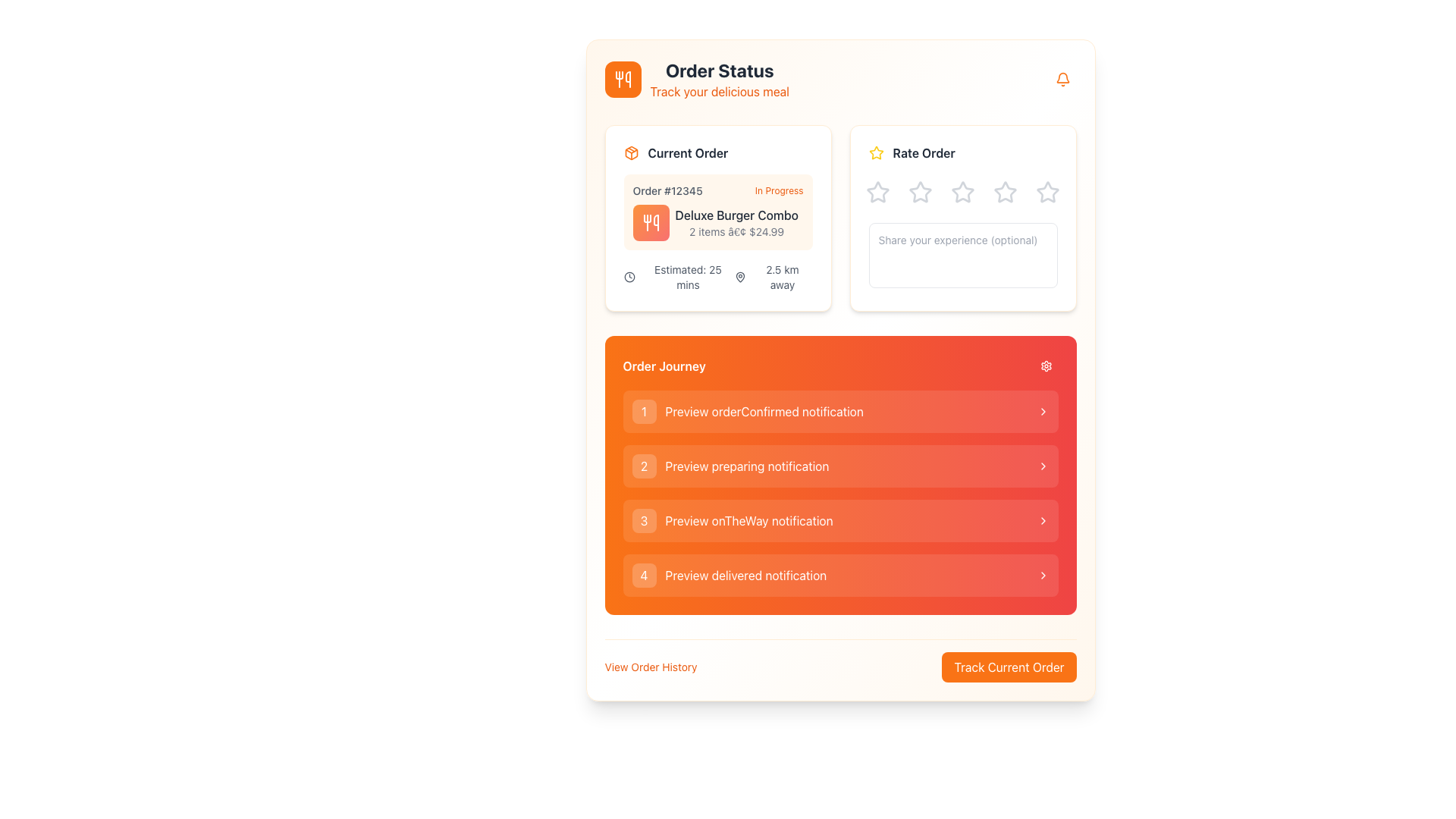  I want to click on the centrally positioned text label that serves as a title for the current order's details, located above the order details summary, so click(687, 152).